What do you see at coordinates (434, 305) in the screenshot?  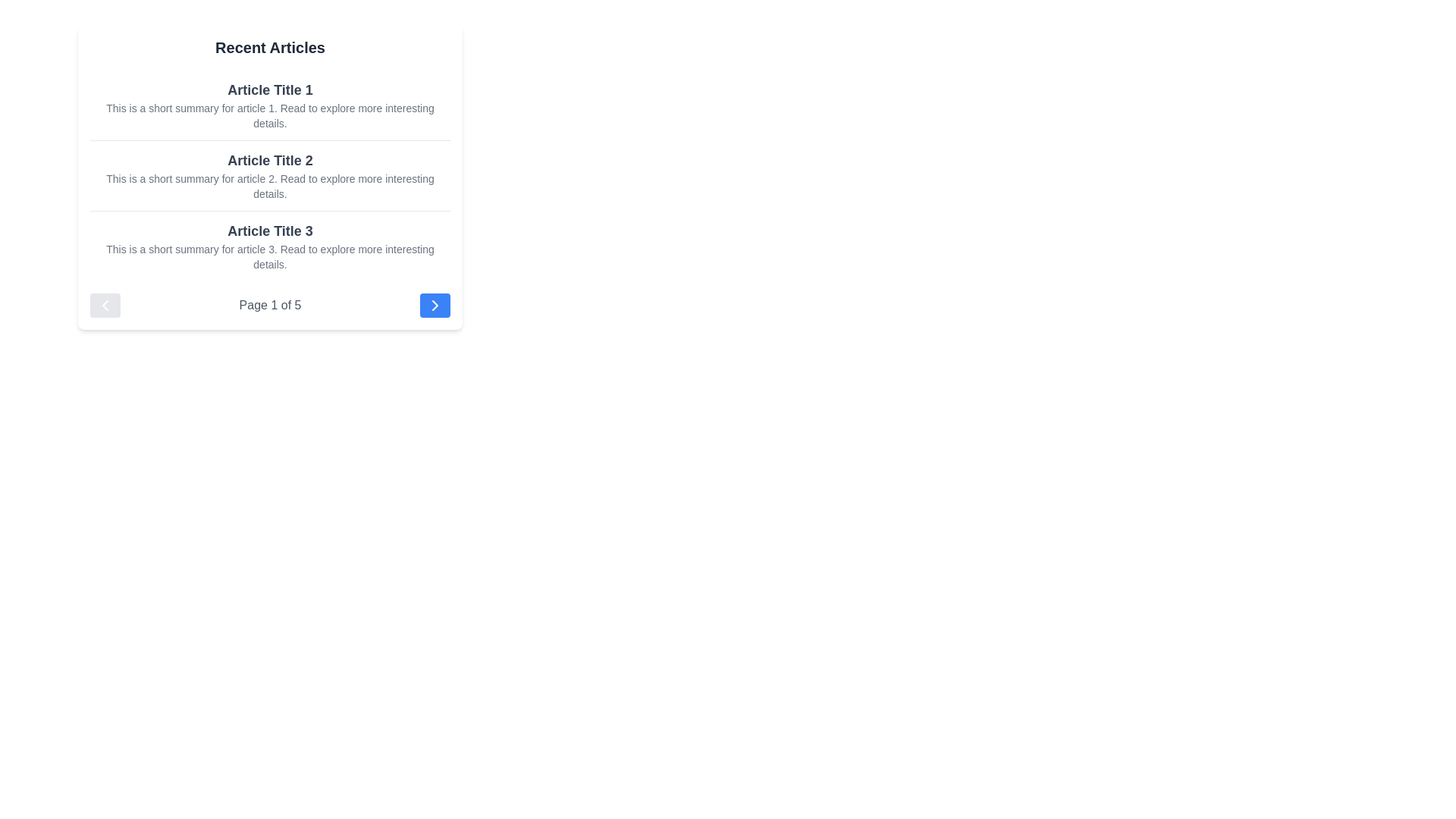 I see `the 'Next Page' button located at the bottom right corner of the pagination control` at bounding box center [434, 305].